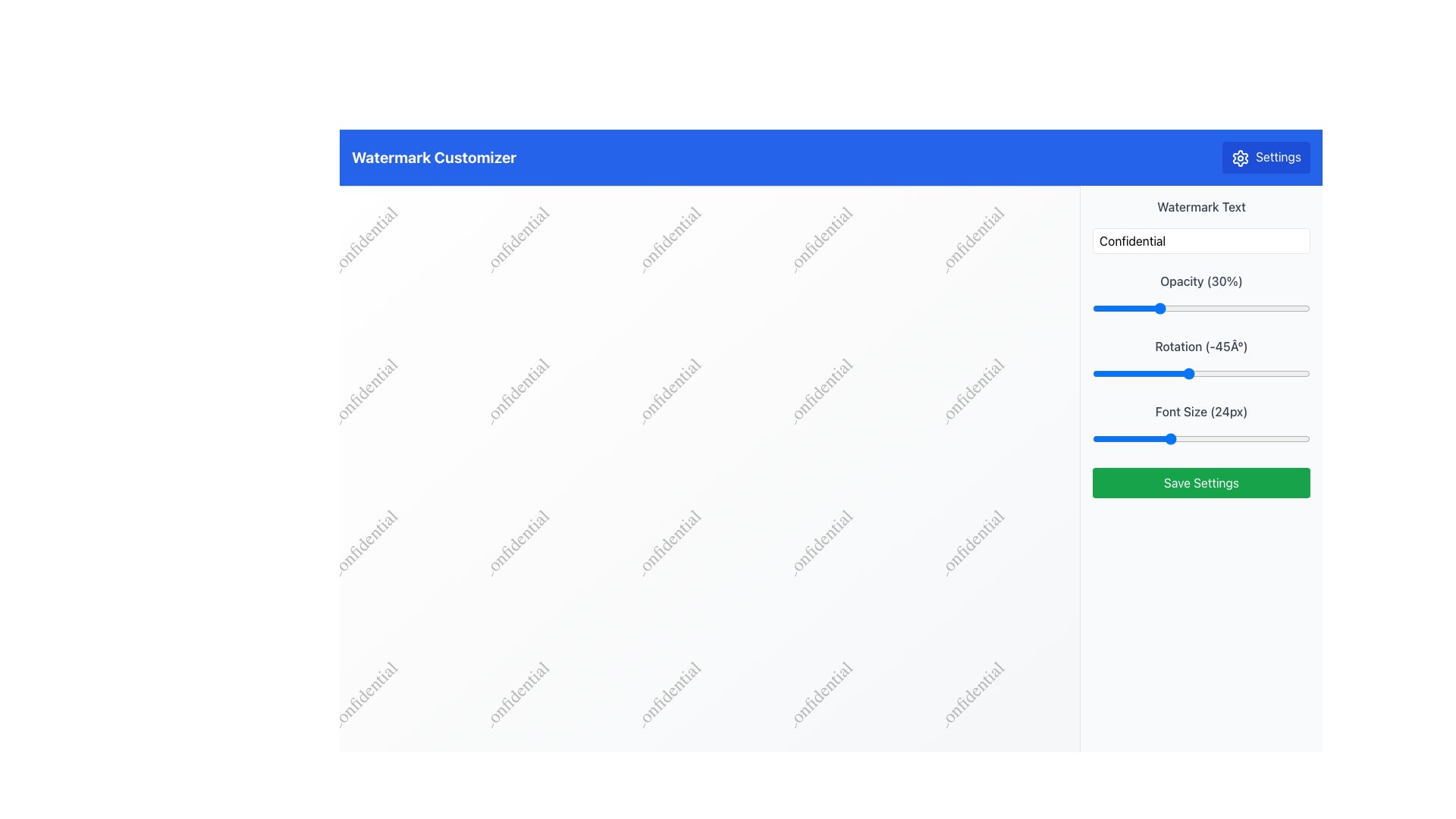 Image resolution: width=1456 pixels, height=819 pixels. Describe the element at coordinates (1200, 425) in the screenshot. I see `the labeled slider control for 'Font Size (24px)'` at that location.